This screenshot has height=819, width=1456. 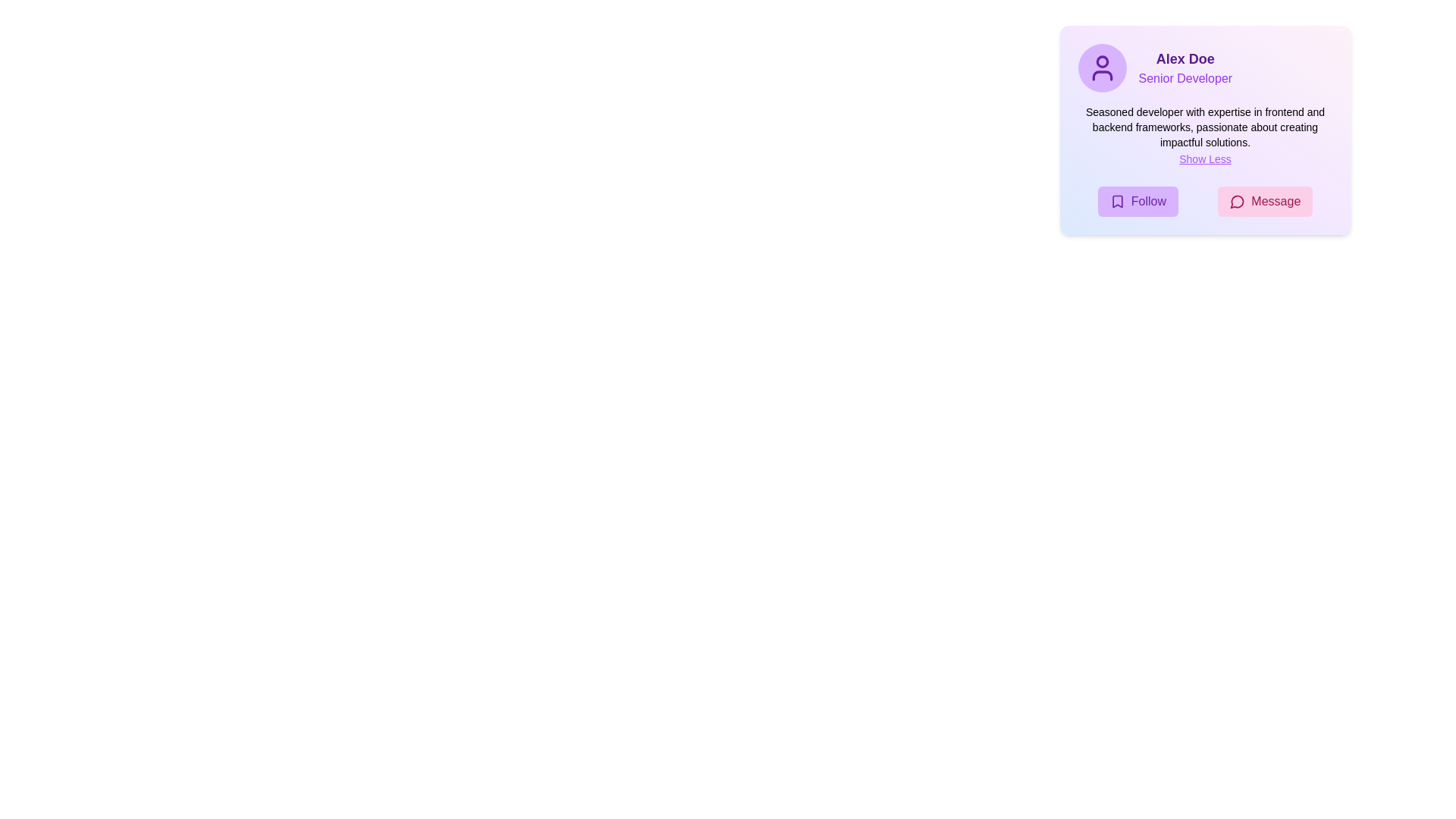 What do you see at coordinates (1238, 201) in the screenshot?
I see `the speech bubble icon with a pink background, located inside the 'Message' button in the lower section of the user profile card` at bounding box center [1238, 201].